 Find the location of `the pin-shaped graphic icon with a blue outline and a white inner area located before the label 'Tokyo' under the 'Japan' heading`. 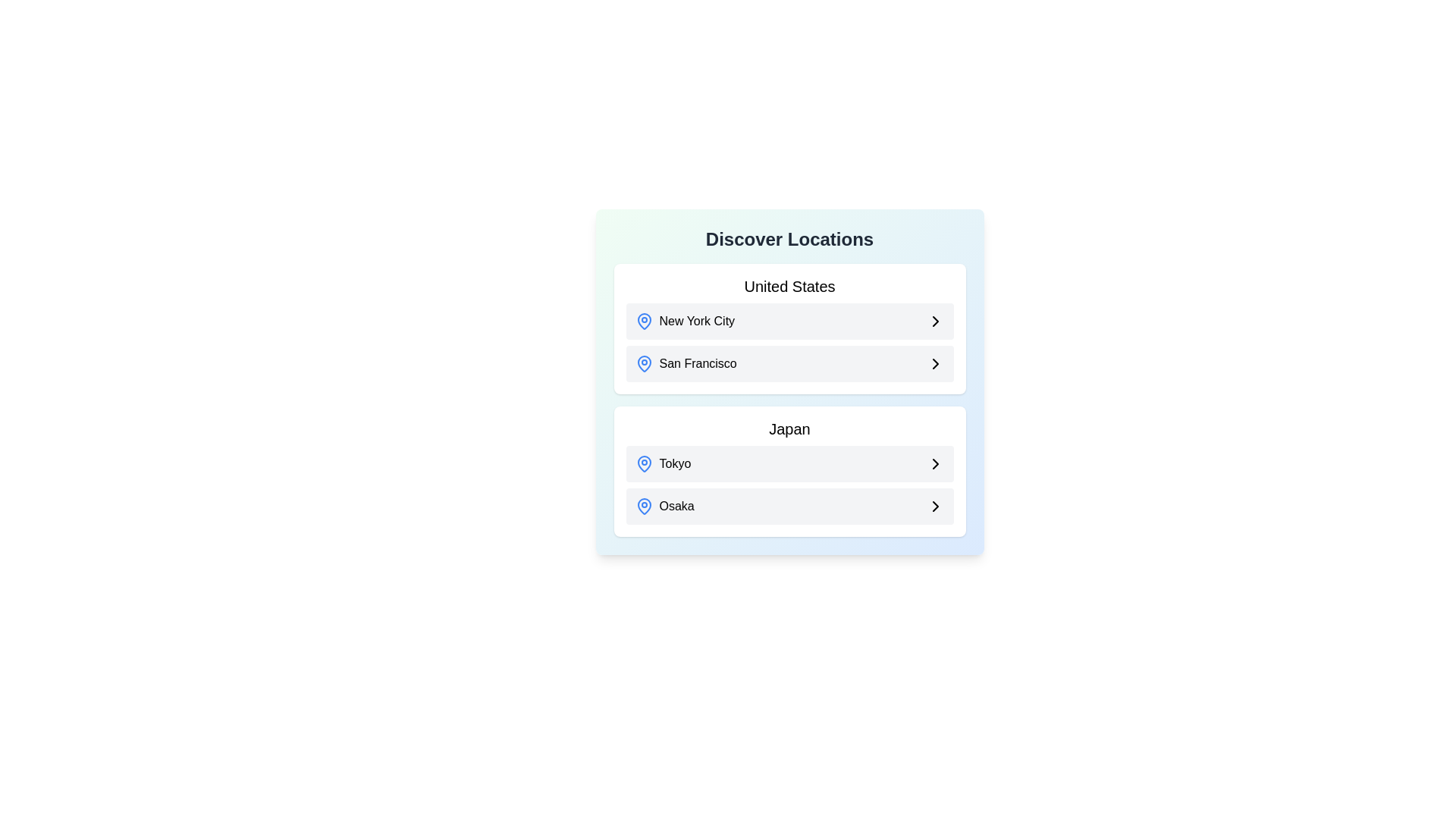

the pin-shaped graphic icon with a blue outline and a white inner area located before the label 'Tokyo' under the 'Japan' heading is located at coordinates (644, 463).